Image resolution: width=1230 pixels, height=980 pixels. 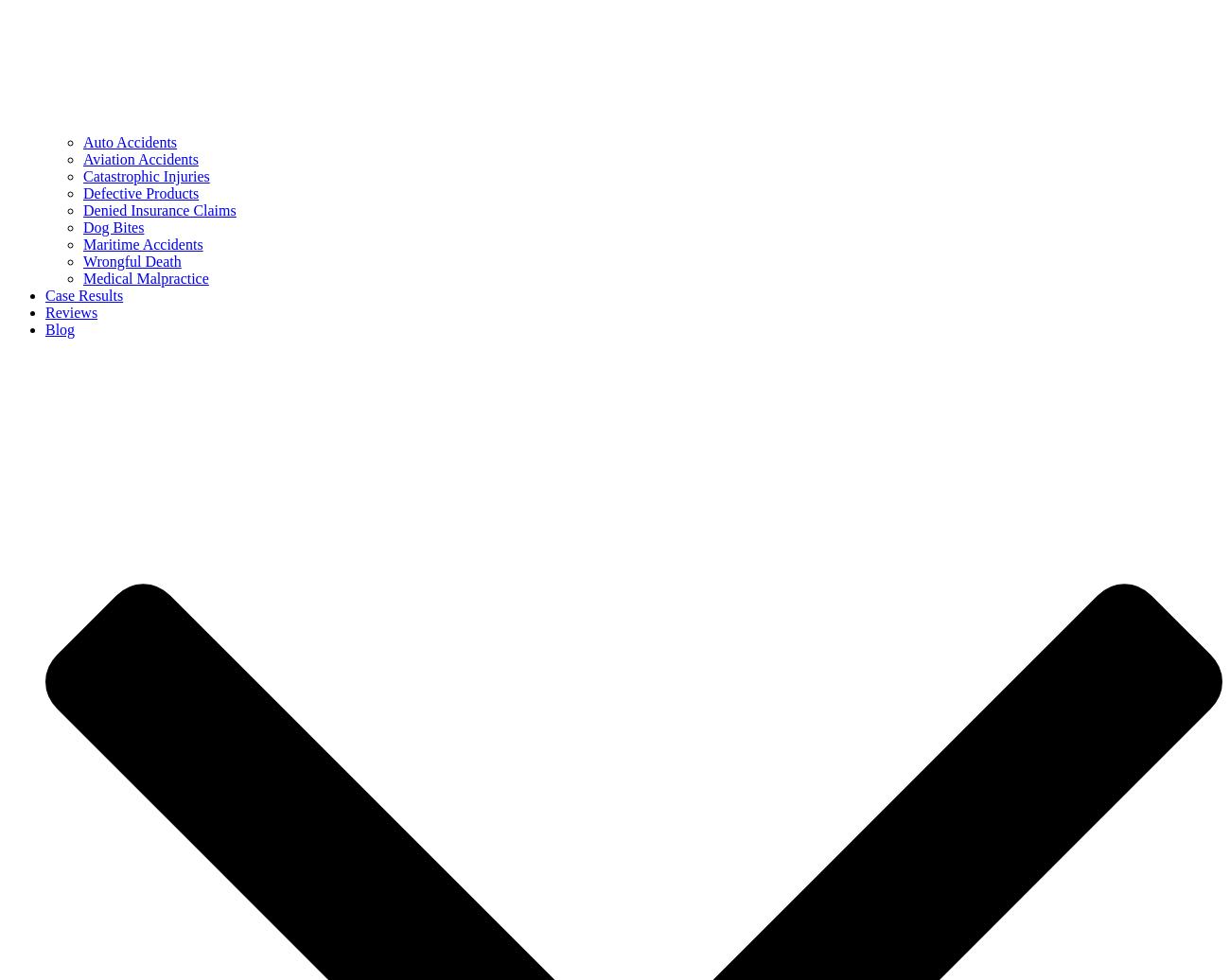 I want to click on 'Maritime Accidents', so click(x=142, y=244).